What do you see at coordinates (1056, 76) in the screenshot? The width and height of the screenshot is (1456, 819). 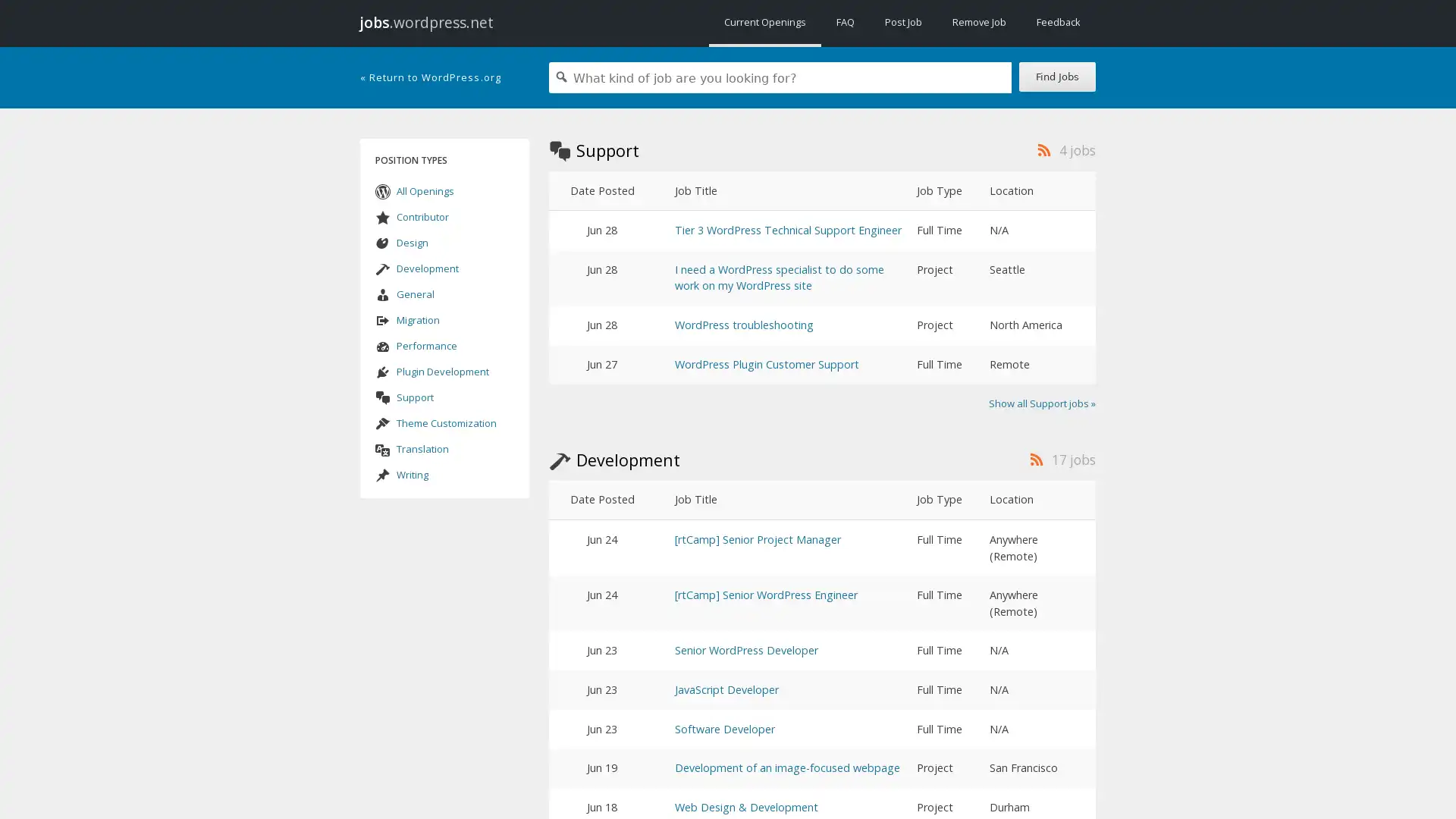 I see `Find Jobs` at bounding box center [1056, 76].